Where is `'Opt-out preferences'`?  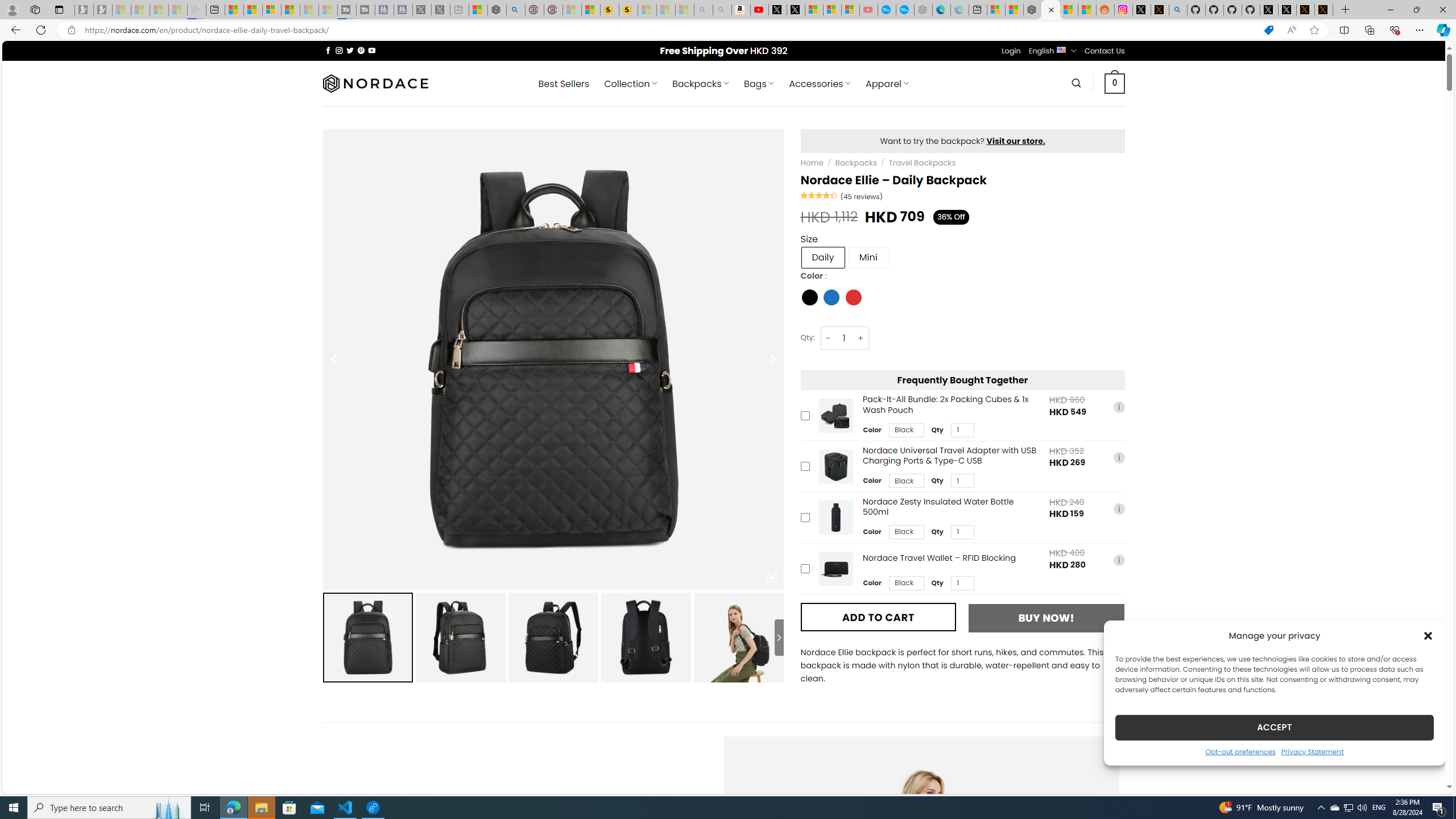
'Opt-out preferences' is located at coordinates (1240, 751).